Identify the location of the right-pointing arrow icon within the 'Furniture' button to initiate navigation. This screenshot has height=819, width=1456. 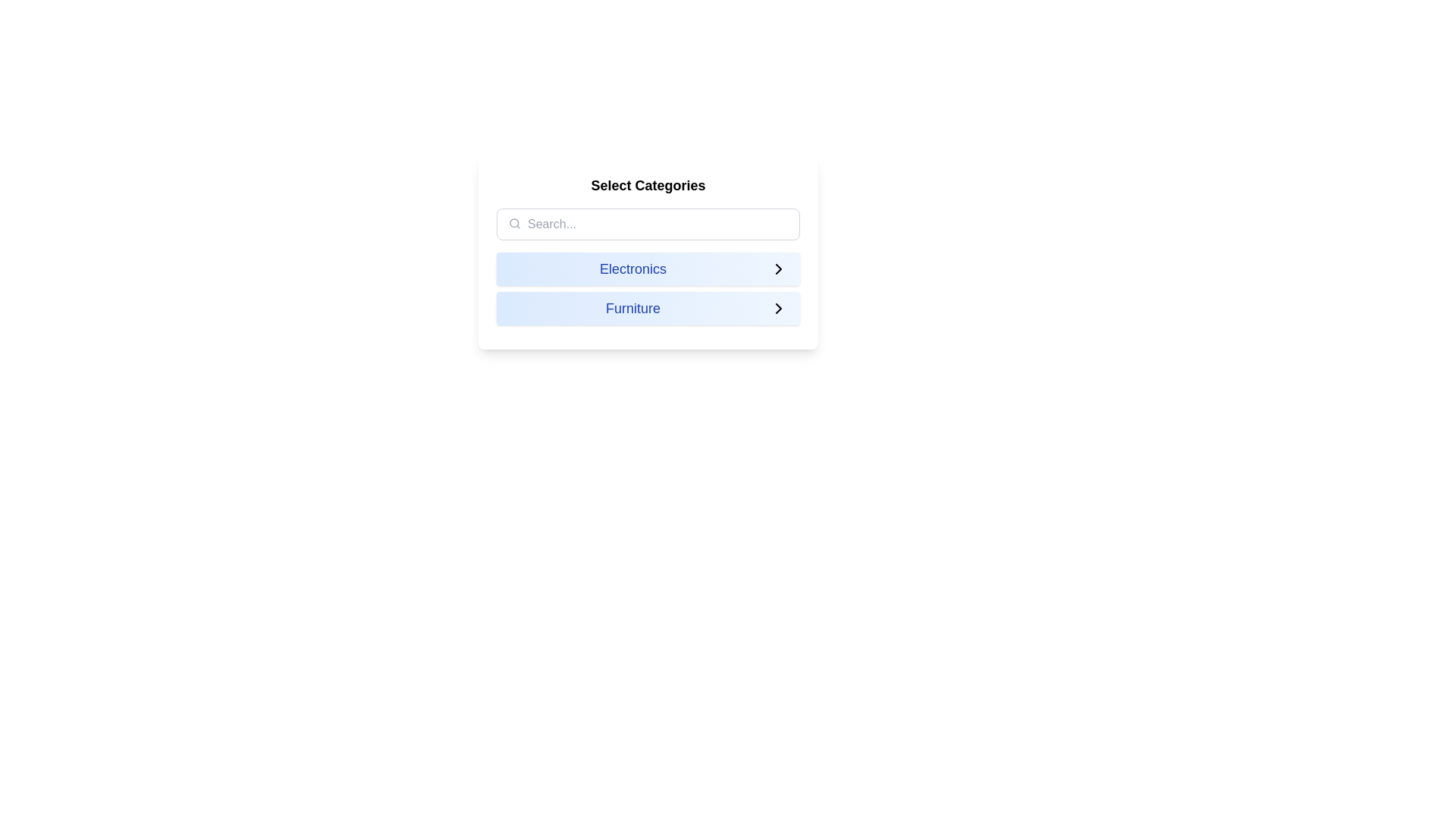
(779, 308).